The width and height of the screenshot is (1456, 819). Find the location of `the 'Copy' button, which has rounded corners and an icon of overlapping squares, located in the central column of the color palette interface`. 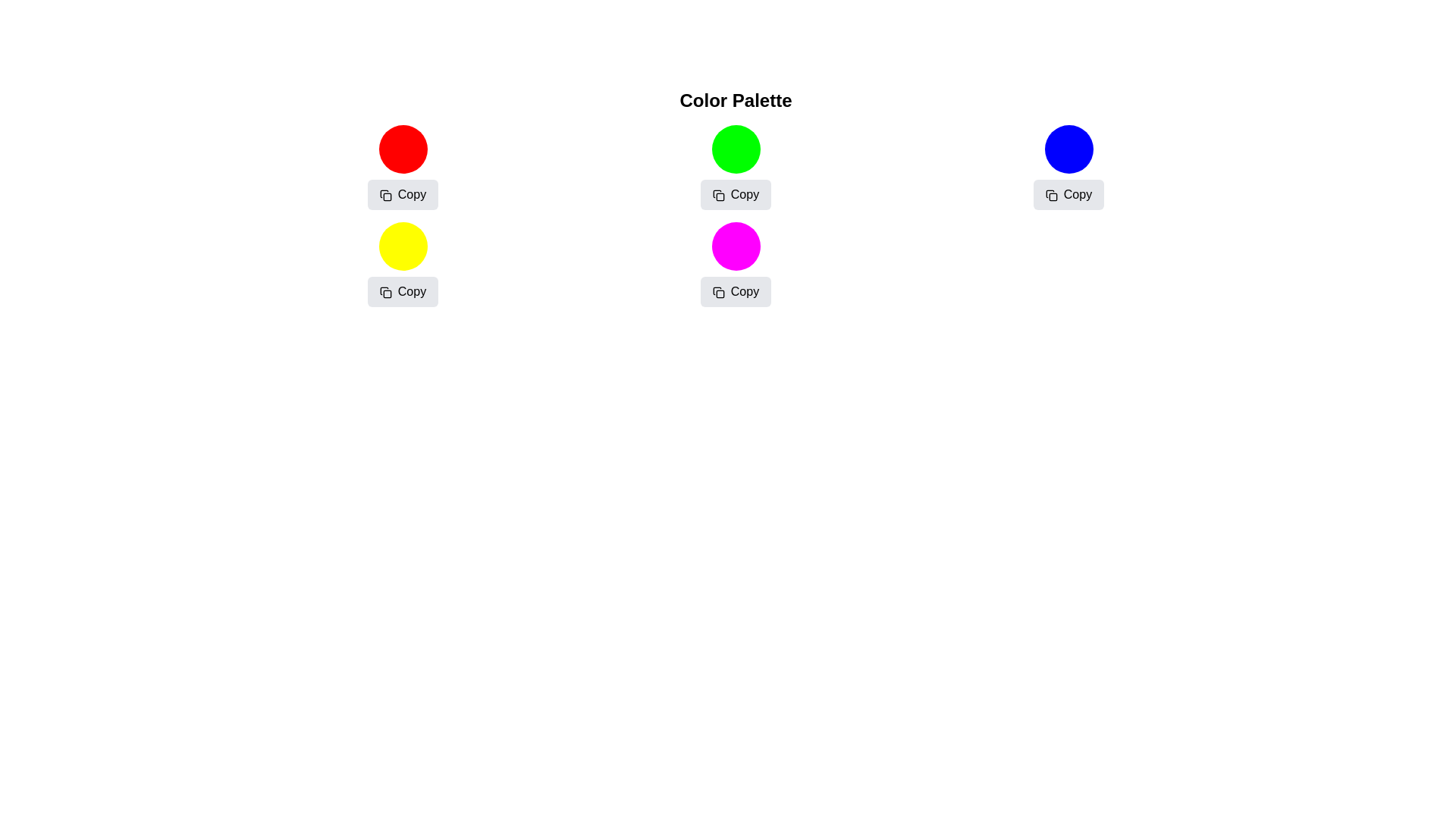

the 'Copy' button, which has rounded corners and an icon of overlapping squares, located in the central column of the color palette interface is located at coordinates (736, 194).